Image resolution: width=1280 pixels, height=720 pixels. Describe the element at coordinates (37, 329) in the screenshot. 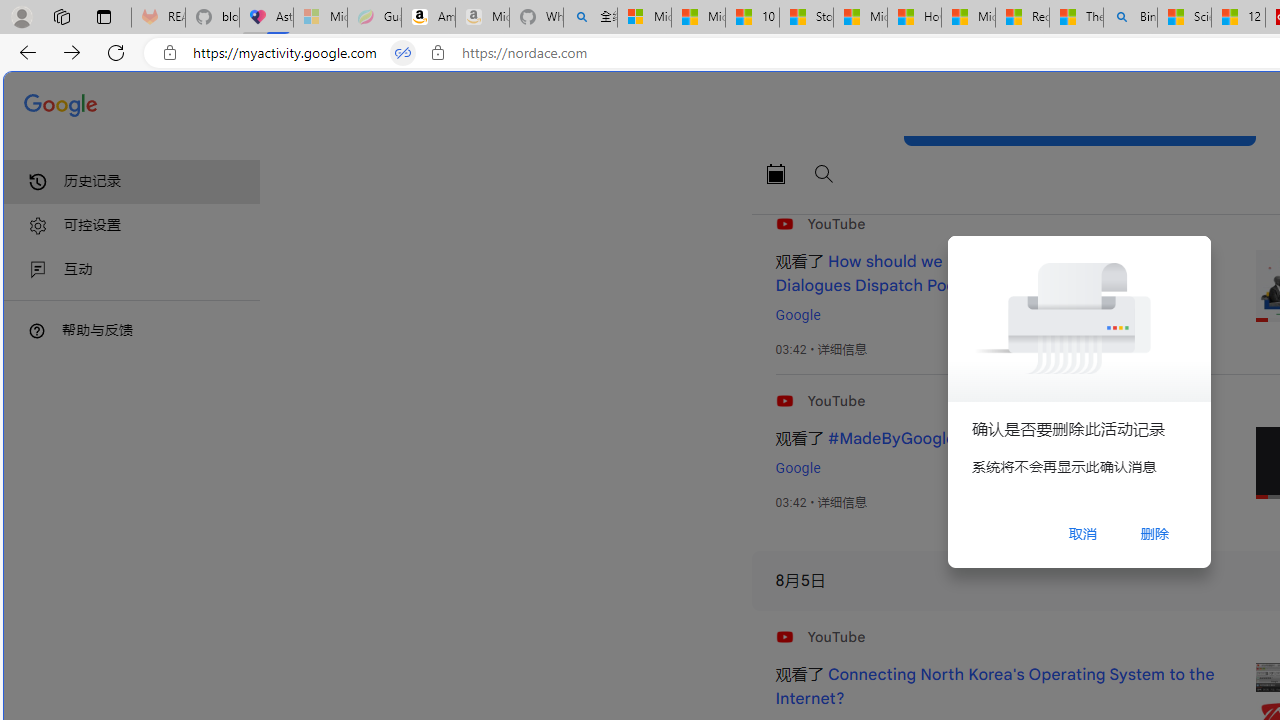

I see `'Class: DTiKkd NMm5M'` at that location.